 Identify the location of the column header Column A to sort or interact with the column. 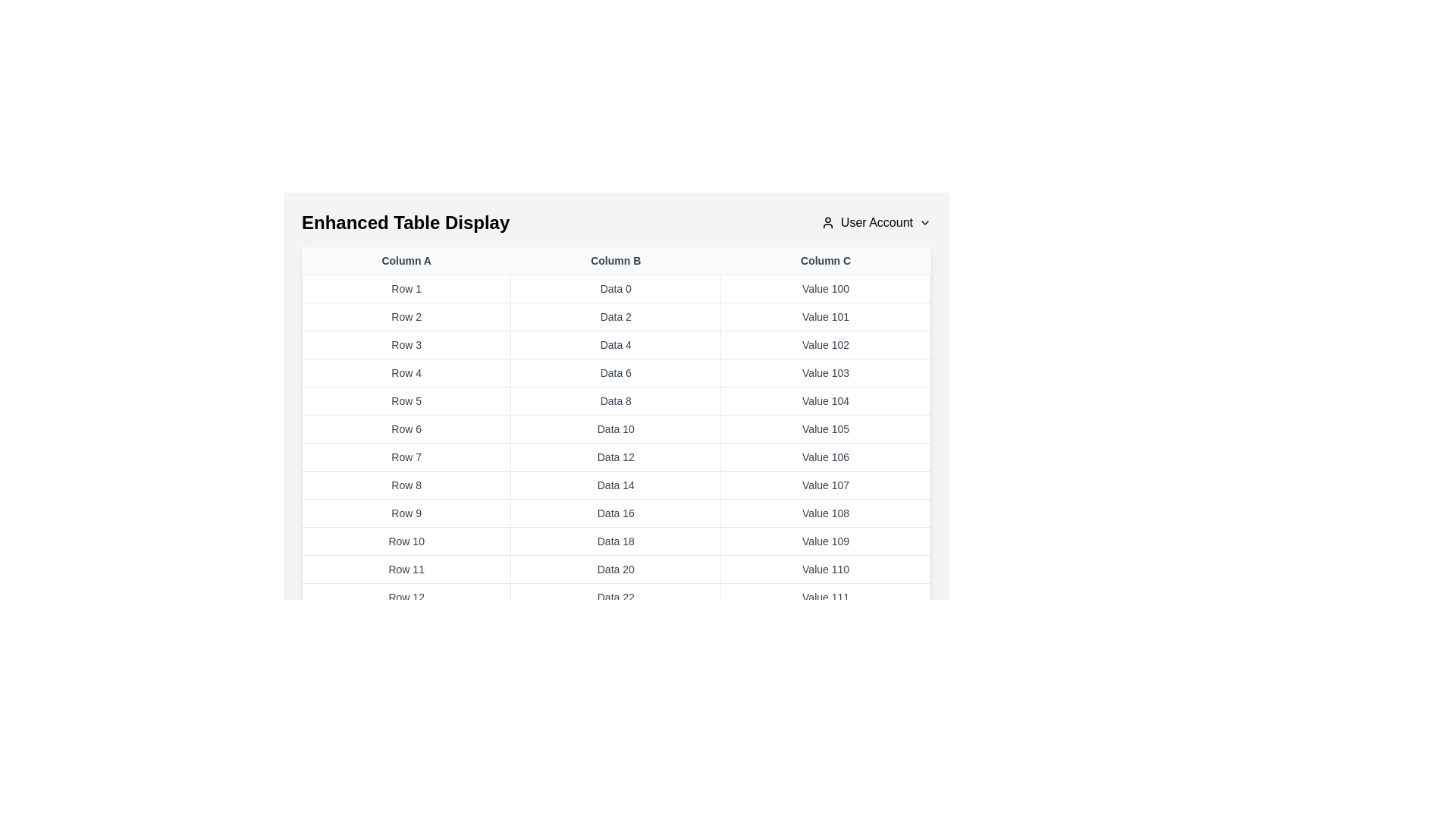
(406, 259).